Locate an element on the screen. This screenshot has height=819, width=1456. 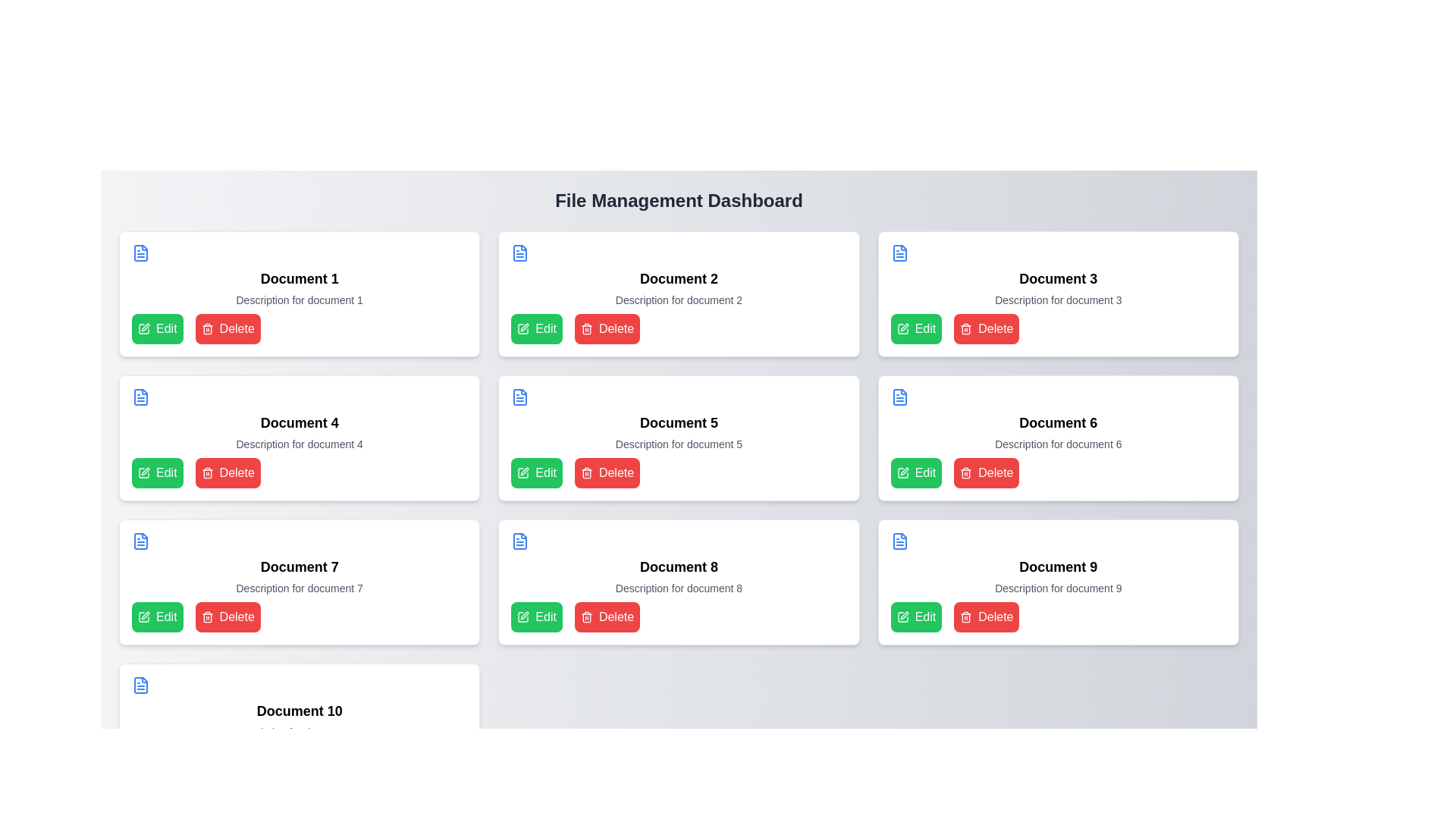
the Edit button on the document entry card located at the bottom-left corner of the file management dashboard to modify the document is located at coordinates (300, 725).